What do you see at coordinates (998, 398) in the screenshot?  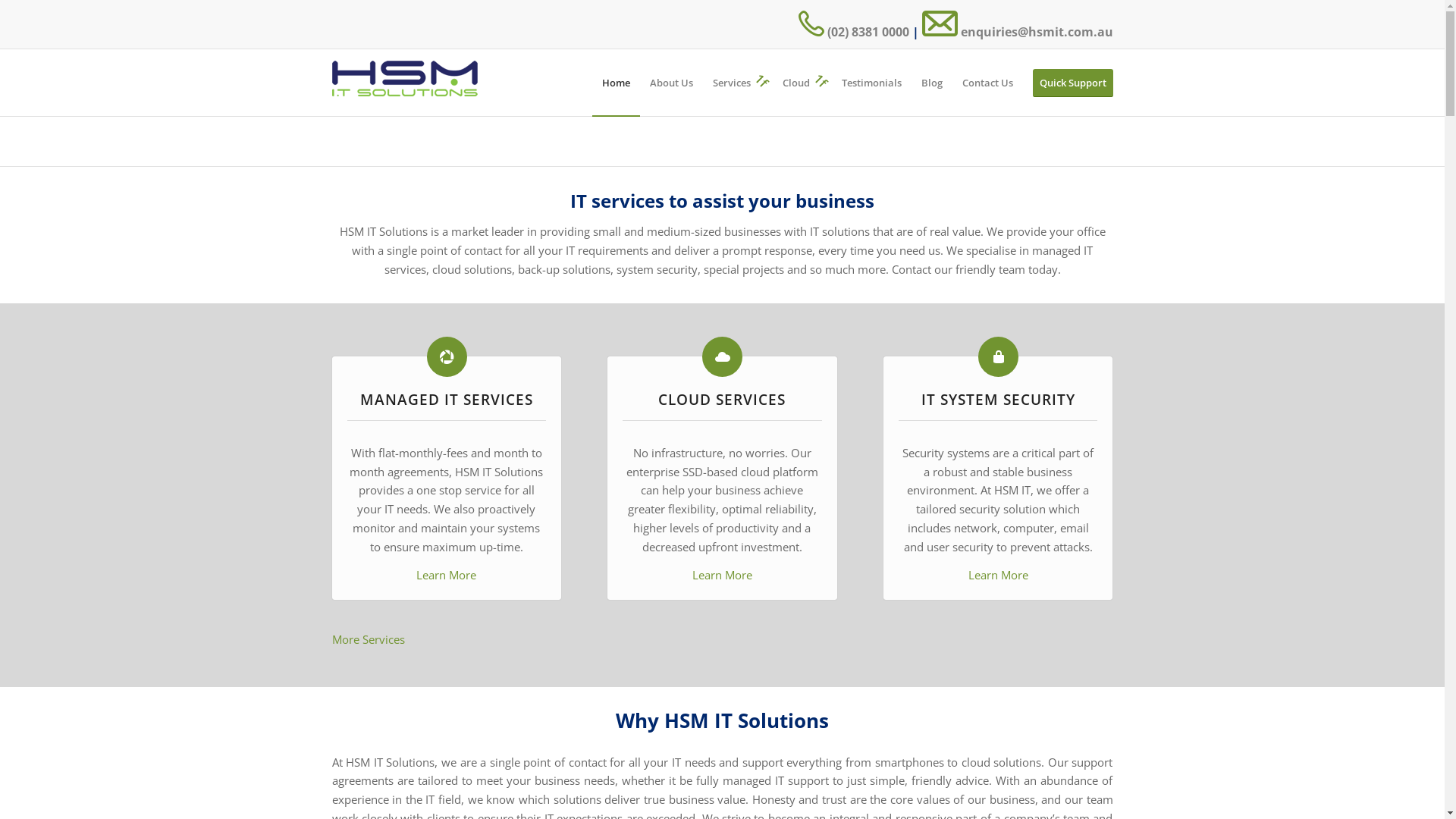 I see `'IT SYSTEM SECURITY'` at bounding box center [998, 398].